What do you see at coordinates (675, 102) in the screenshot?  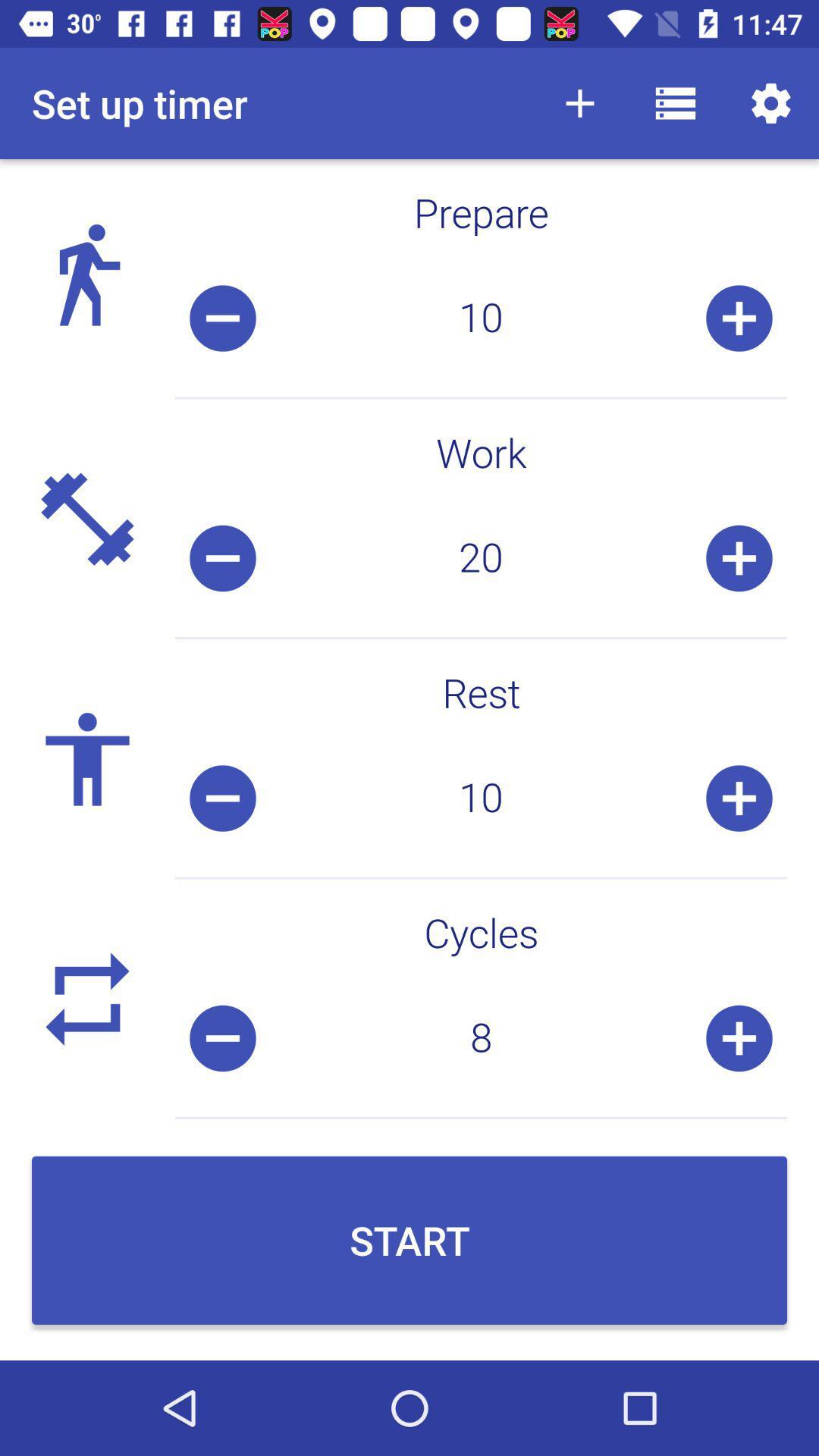 I see `item above the prepare item` at bounding box center [675, 102].